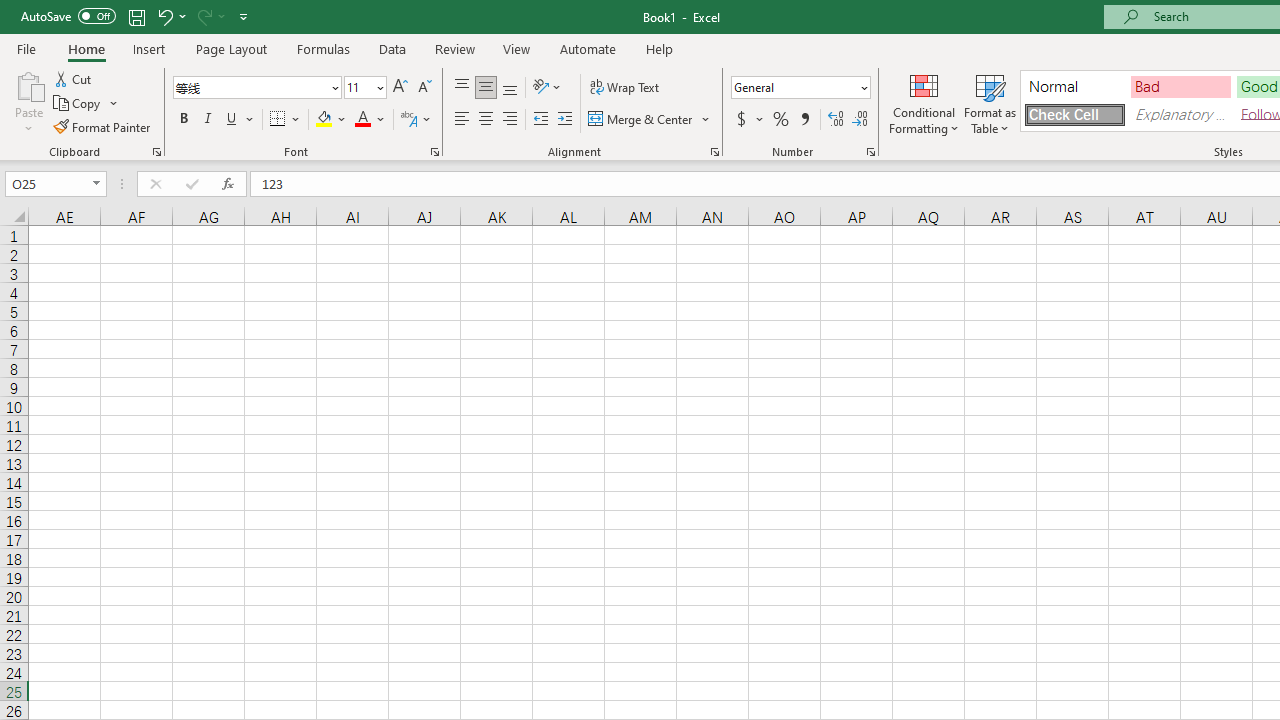  What do you see at coordinates (324, 119) in the screenshot?
I see `'Fill Color RGB(255, 255, 0)'` at bounding box center [324, 119].